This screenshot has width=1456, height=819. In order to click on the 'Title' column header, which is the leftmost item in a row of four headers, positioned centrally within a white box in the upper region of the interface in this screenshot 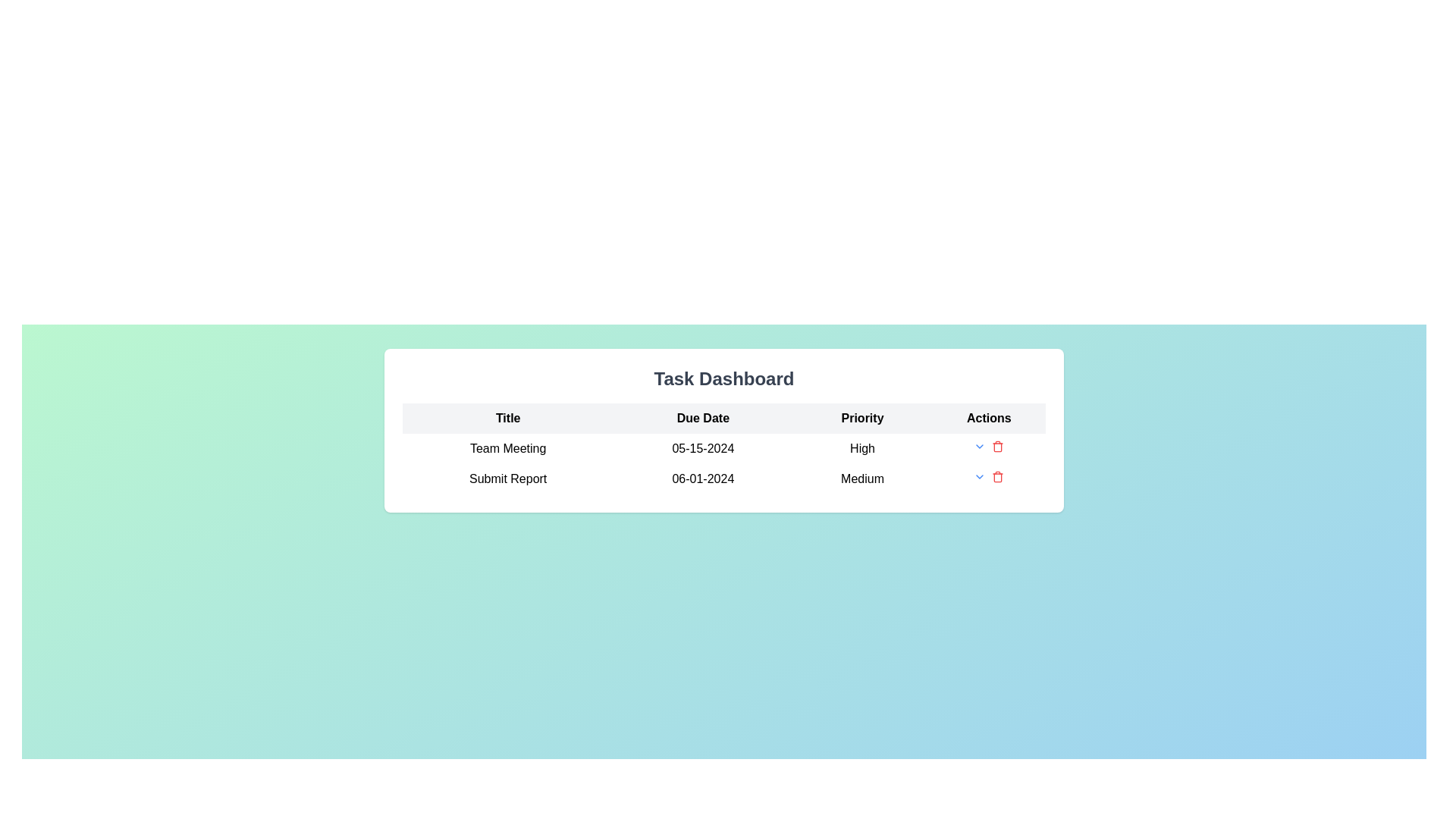, I will do `click(508, 418)`.